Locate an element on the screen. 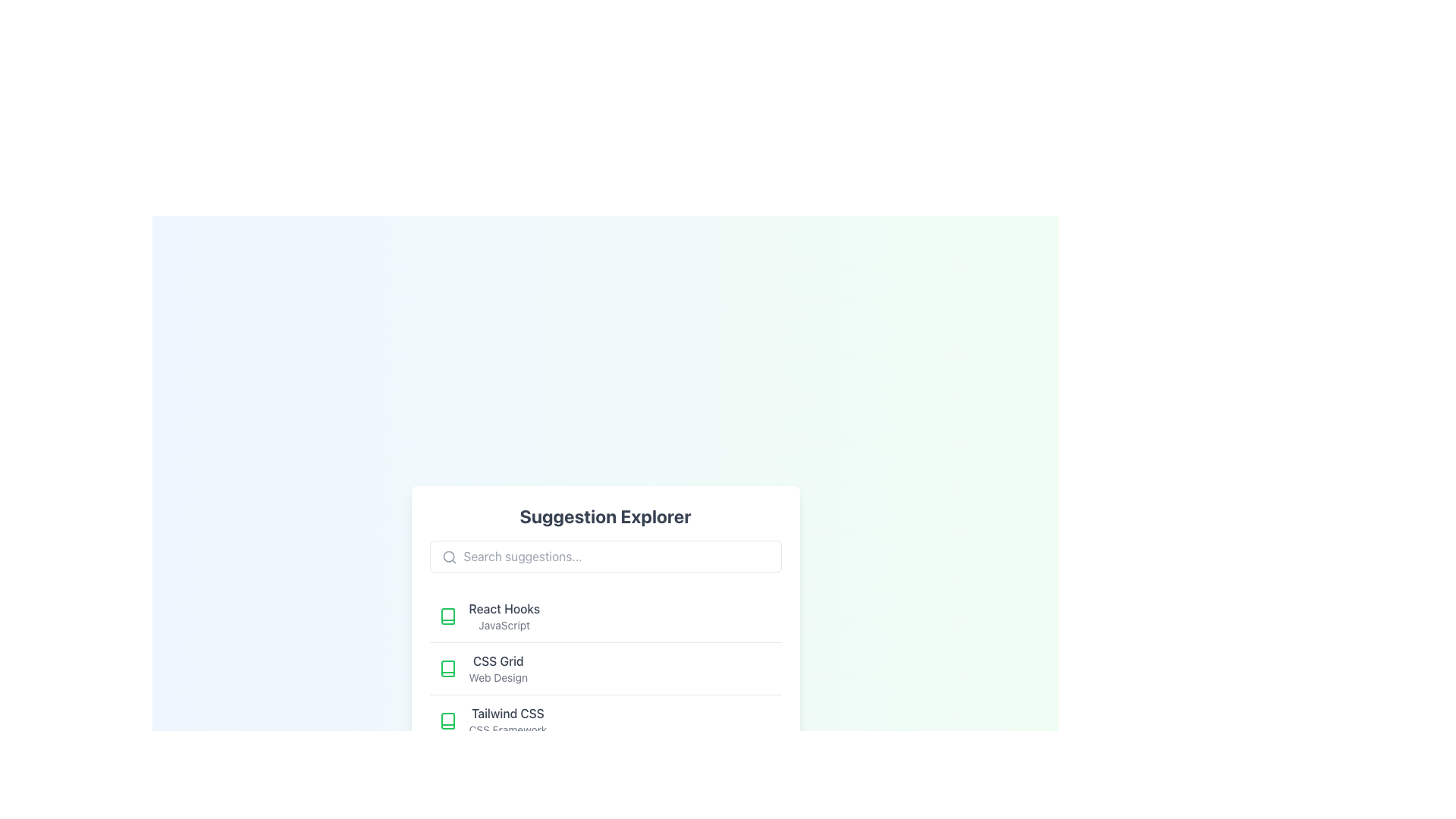 The width and height of the screenshot is (1456, 819). the icon that serves as a visual cue for the CSS Grid suggestion, positioned to the left of the 'CSS Grid' text and above the 'Web Design' subtext is located at coordinates (447, 668).